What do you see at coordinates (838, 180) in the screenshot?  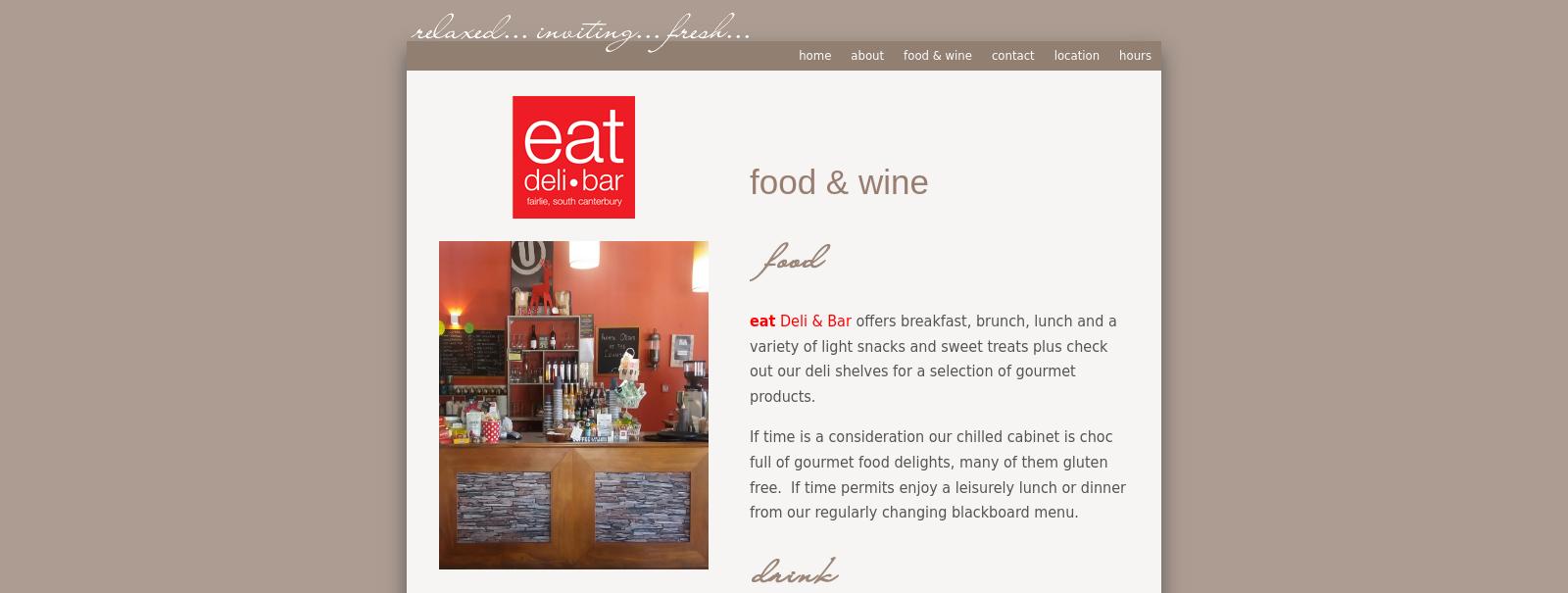 I see `'food & wine'` at bounding box center [838, 180].